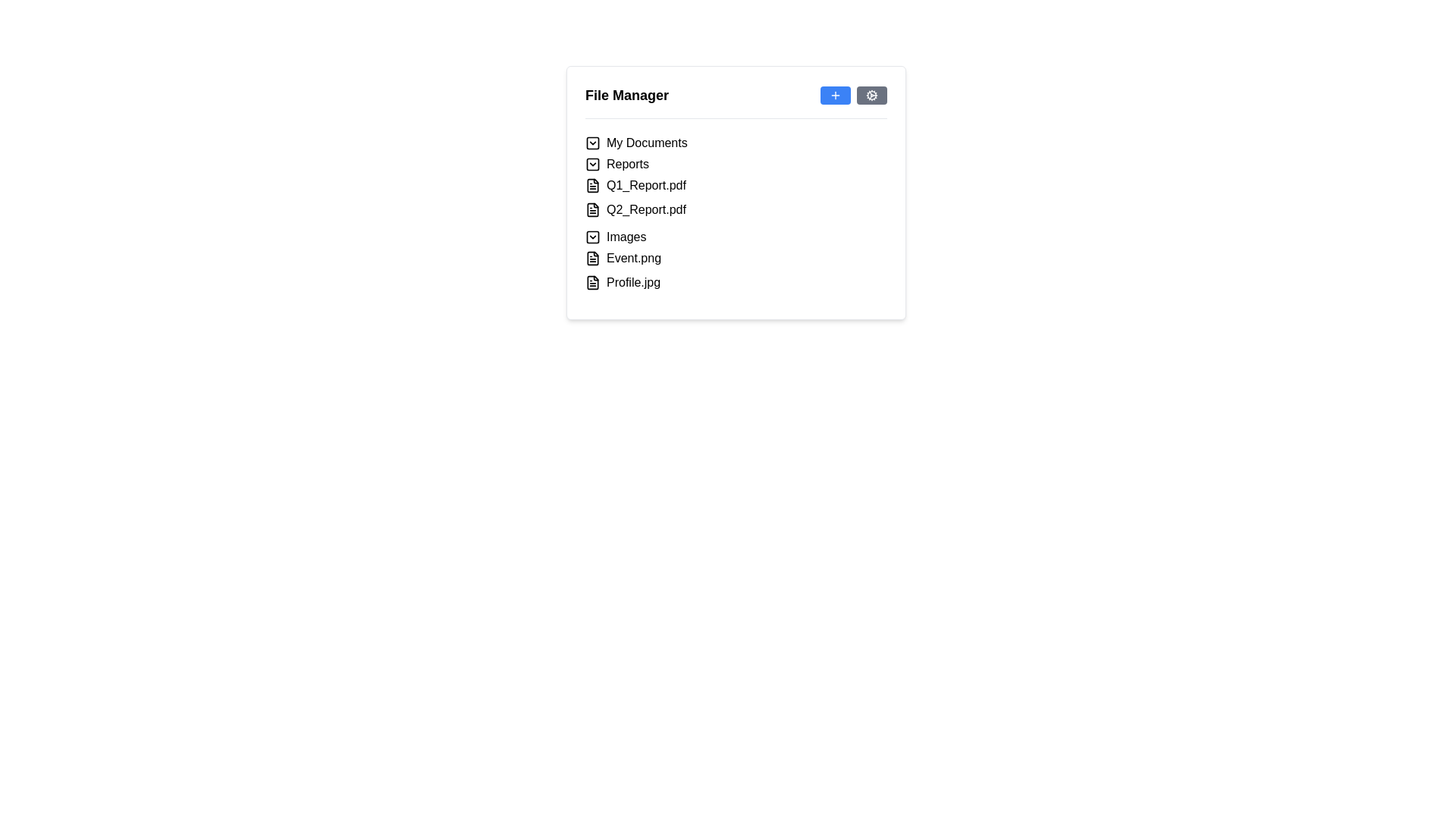  Describe the element at coordinates (646, 210) in the screenshot. I see `the text label displaying 'Q2_Report.pdf', which is styled in medium font weight and positioned under the 'Reports' folder in the file manager interface` at that location.